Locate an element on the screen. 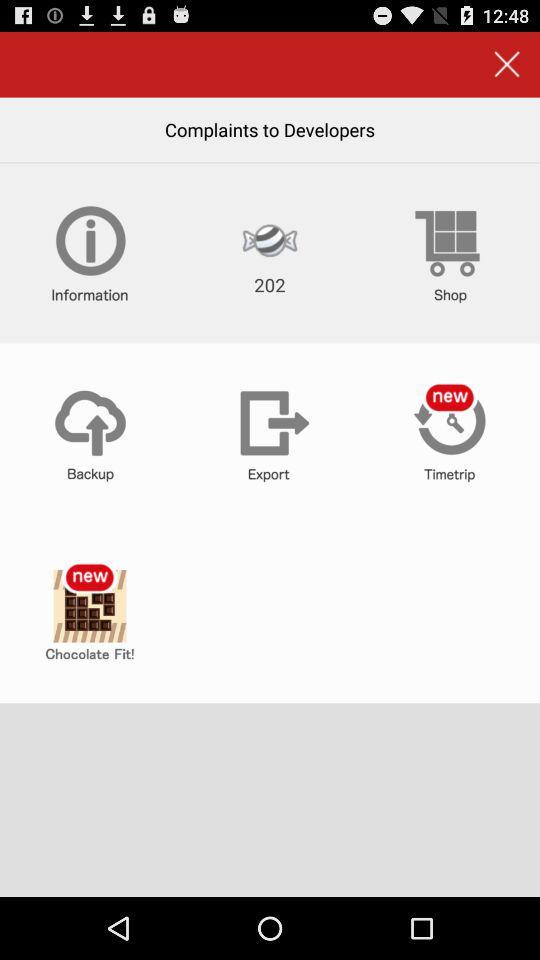 This screenshot has width=540, height=960. backup data is located at coordinates (89, 433).